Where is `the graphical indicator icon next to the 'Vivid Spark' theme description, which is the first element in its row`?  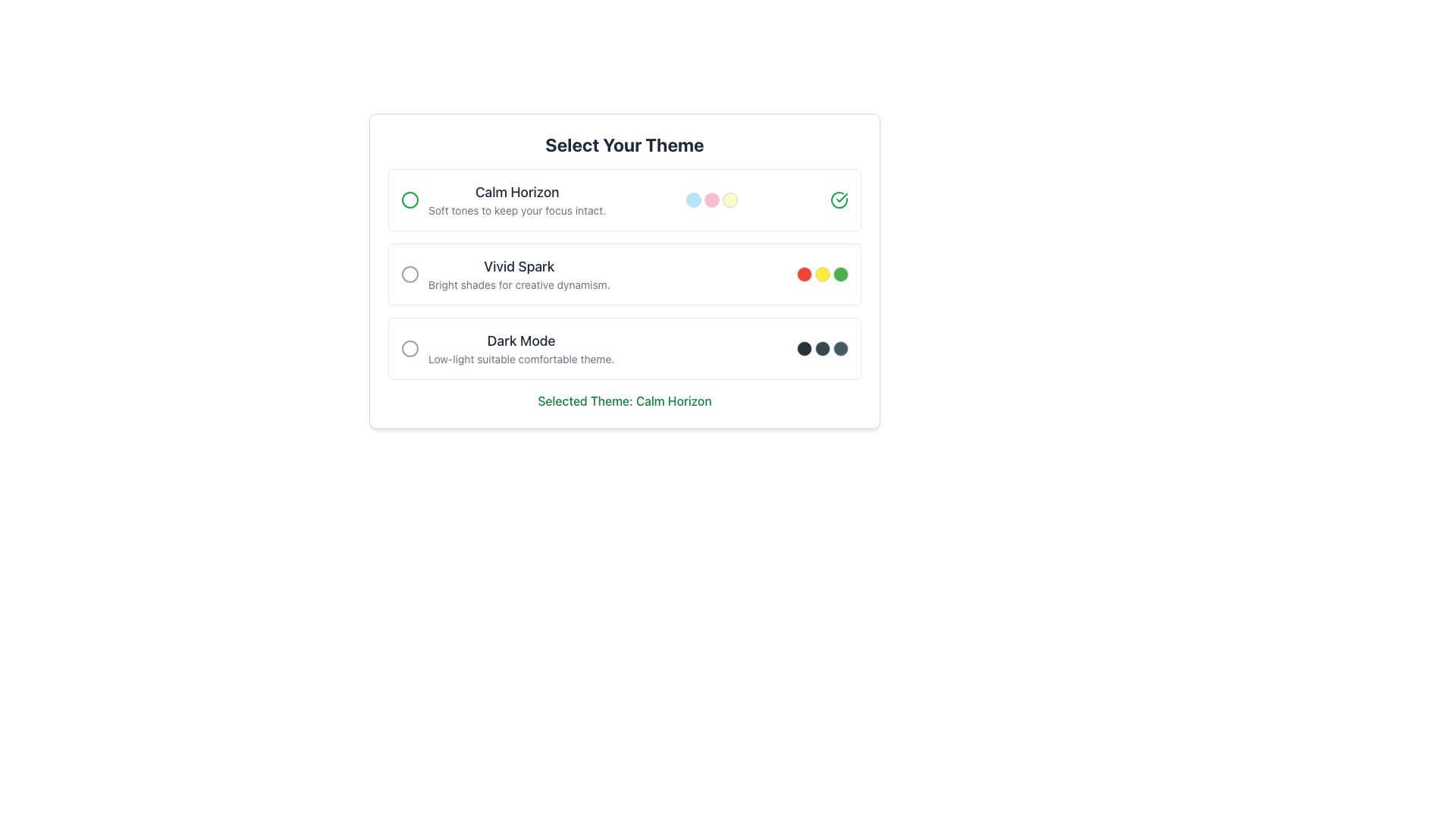 the graphical indicator icon next to the 'Vivid Spark' theme description, which is the first element in its row is located at coordinates (410, 275).